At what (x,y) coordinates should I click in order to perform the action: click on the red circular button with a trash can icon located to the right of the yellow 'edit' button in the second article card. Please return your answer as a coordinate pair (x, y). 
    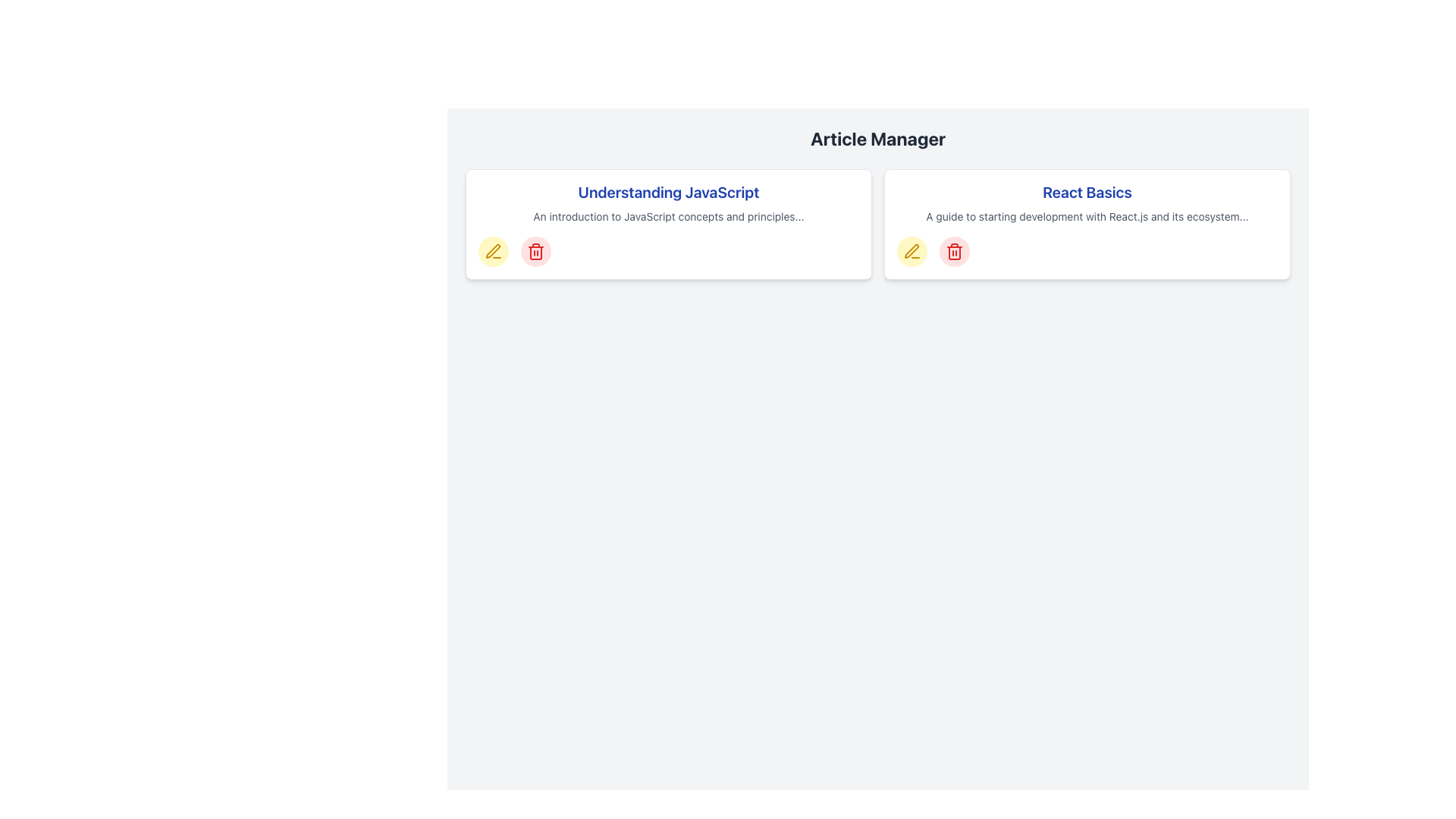
    Looking at the image, I should click on (953, 250).